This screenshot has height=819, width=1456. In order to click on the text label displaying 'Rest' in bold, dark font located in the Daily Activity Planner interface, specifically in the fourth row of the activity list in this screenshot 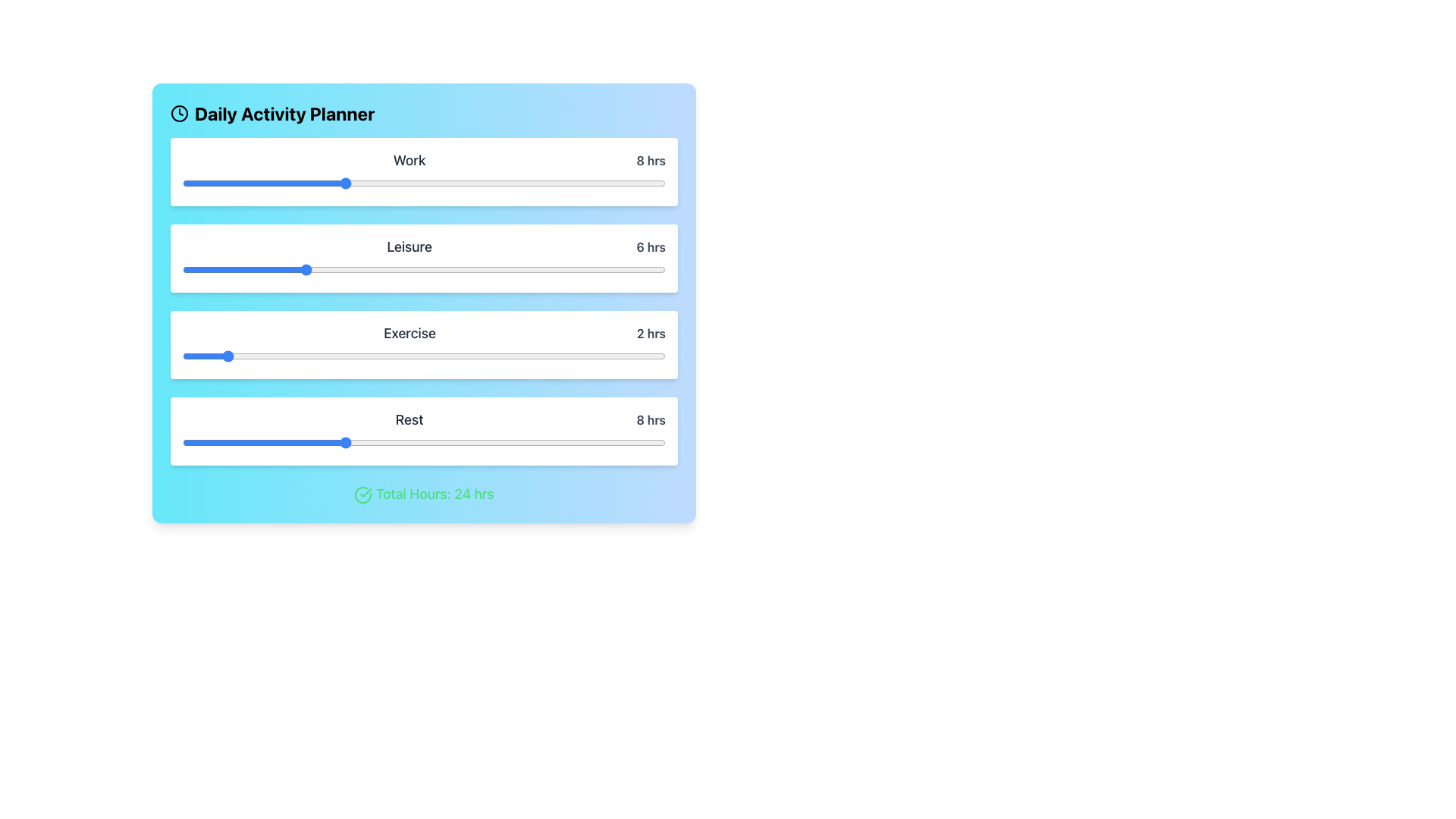, I will do `click(409, 420)`.